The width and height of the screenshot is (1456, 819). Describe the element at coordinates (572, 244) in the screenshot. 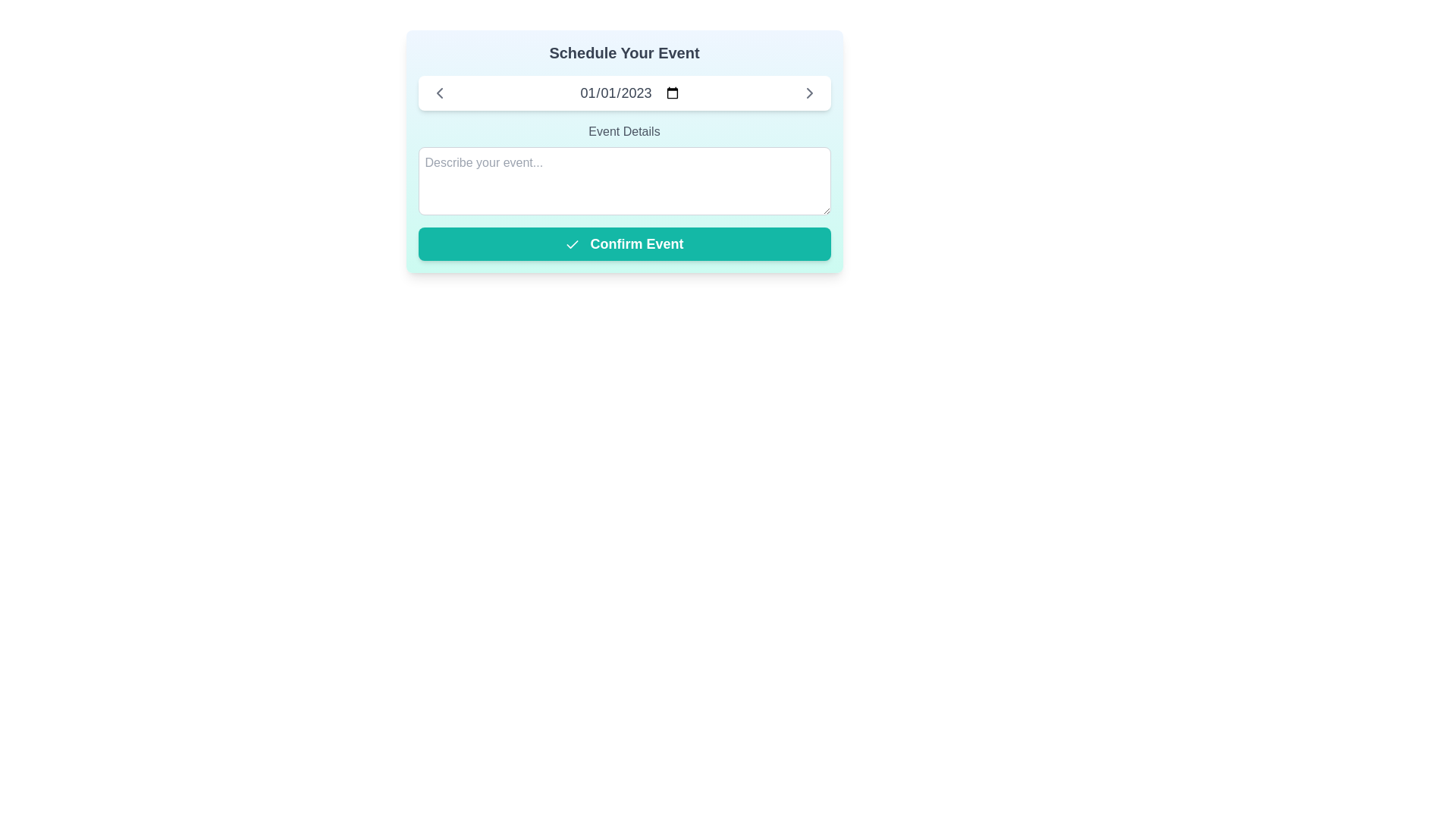

I see `the white checkmark outline icon that is part of the 'Confirm Event' button, located to the left of the text 'Confirm Event'` at that location.